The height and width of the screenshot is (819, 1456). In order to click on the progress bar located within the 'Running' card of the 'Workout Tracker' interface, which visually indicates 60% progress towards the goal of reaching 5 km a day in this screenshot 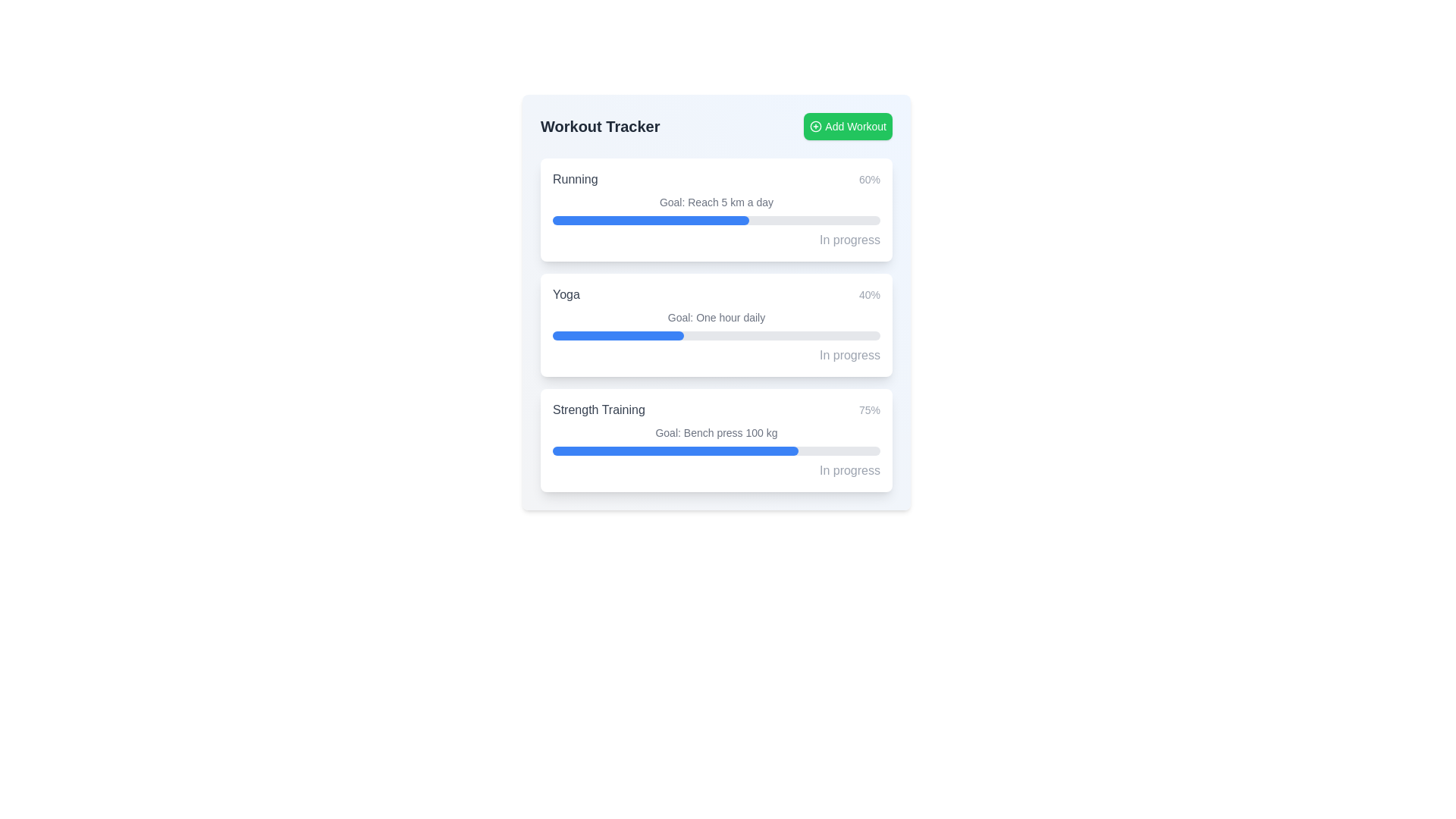, I will do `click(716, 220)`.